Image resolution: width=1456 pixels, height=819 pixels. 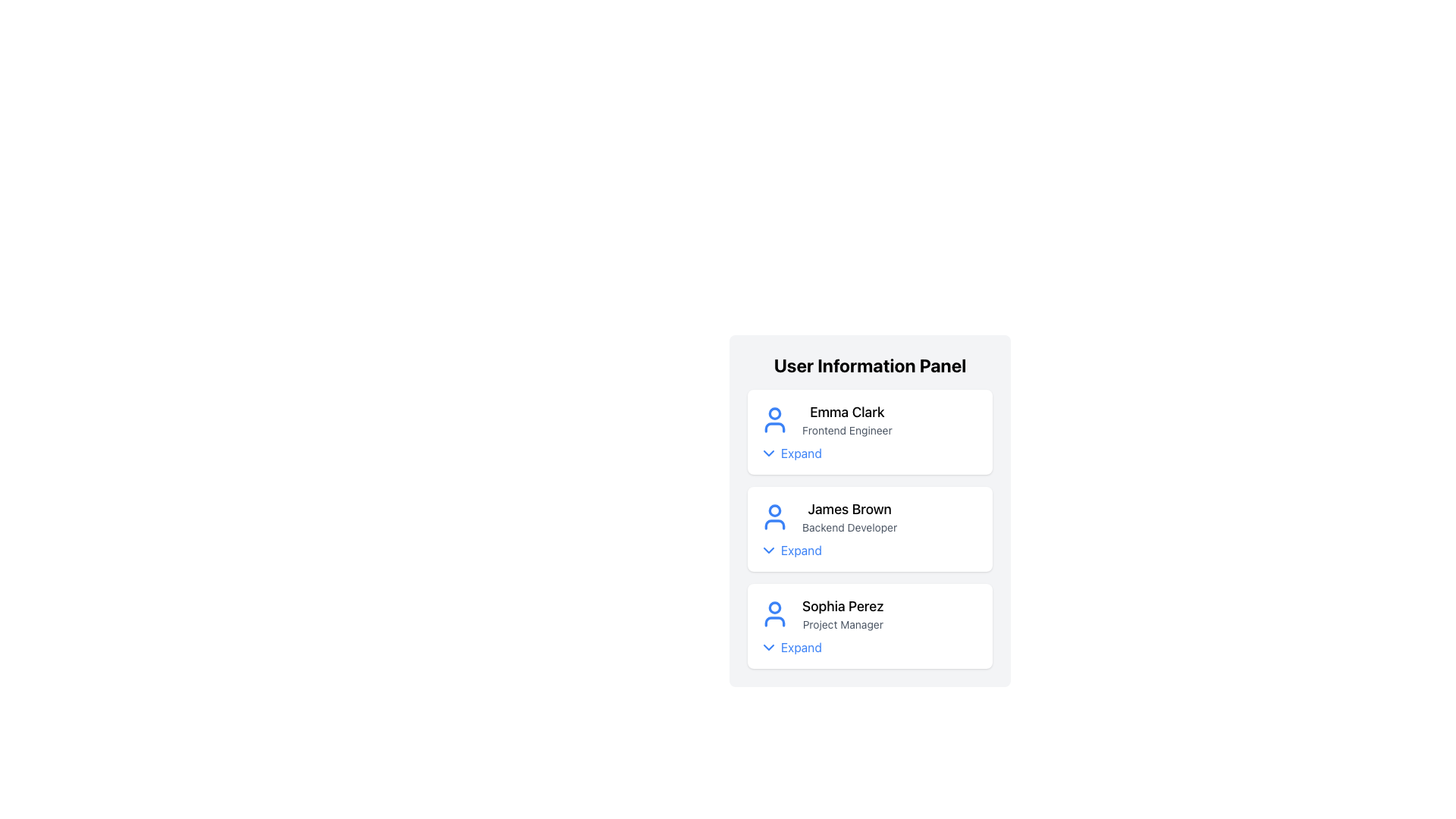 What do you see at coordinates (775, 614) in the screenshot?
I see `the blue user icon representing 'Sophia Perez Project Manager', which is located to the left of the text` at bounding box center [775, 614].